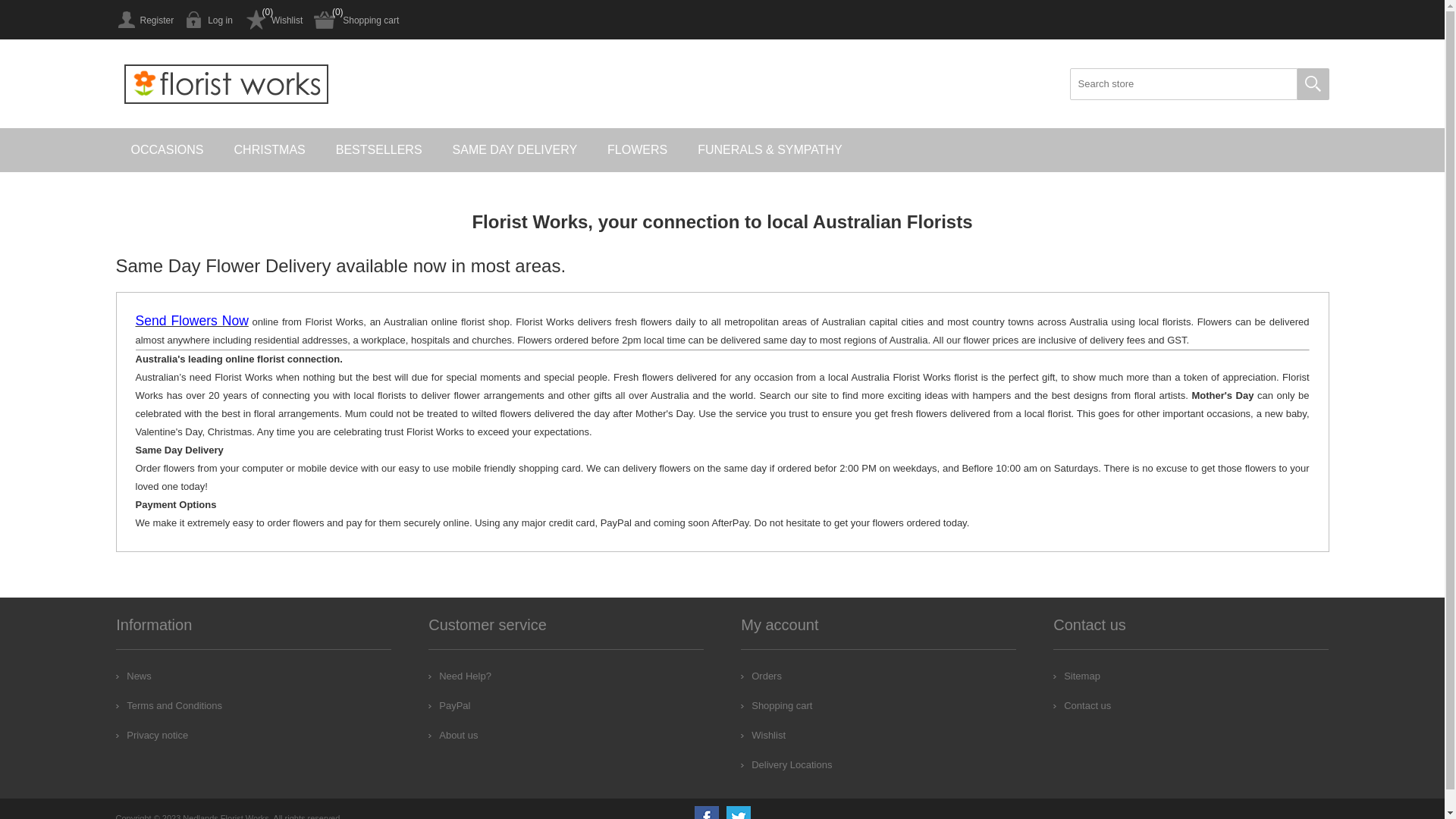 This screenshot has width=1456, height=819. What do you see at coordinates (144, 20) in the screenshot?
I see `'Register'` at bounding box center [144, 20].